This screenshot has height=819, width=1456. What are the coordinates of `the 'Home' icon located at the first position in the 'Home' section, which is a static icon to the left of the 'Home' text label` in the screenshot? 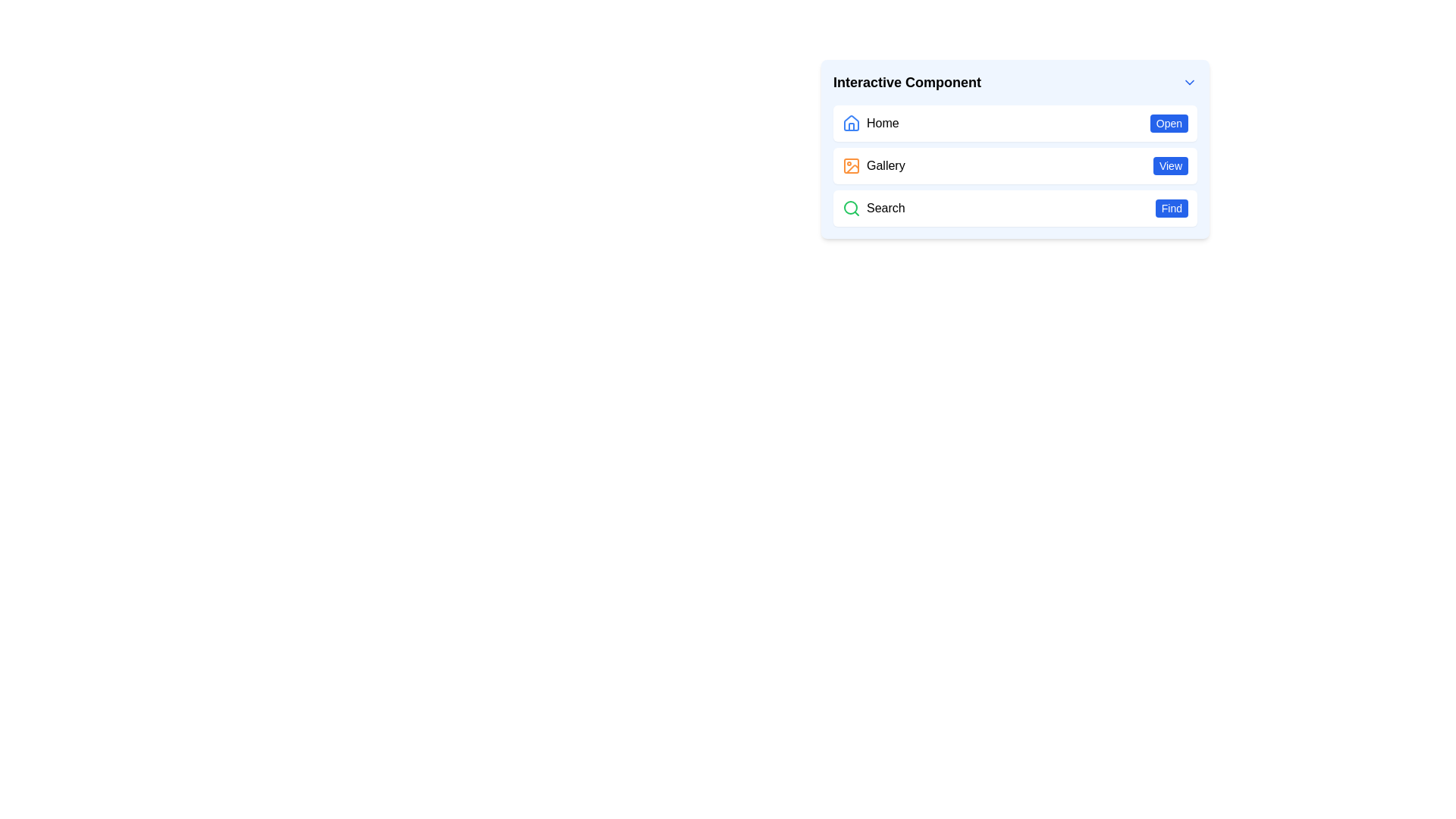 It's located at (852, 122).